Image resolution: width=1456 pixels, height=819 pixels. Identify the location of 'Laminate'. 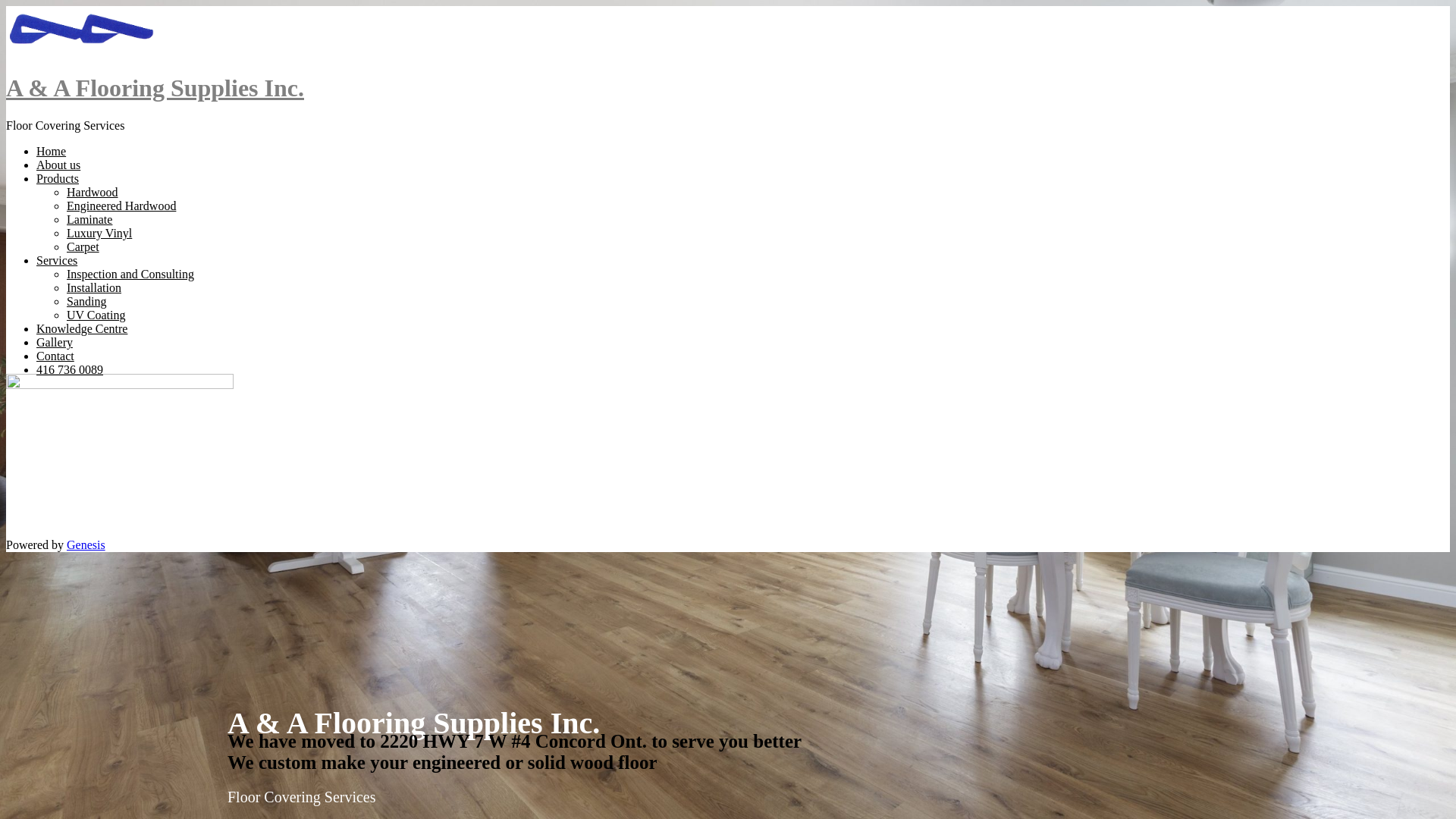
(89, 219).